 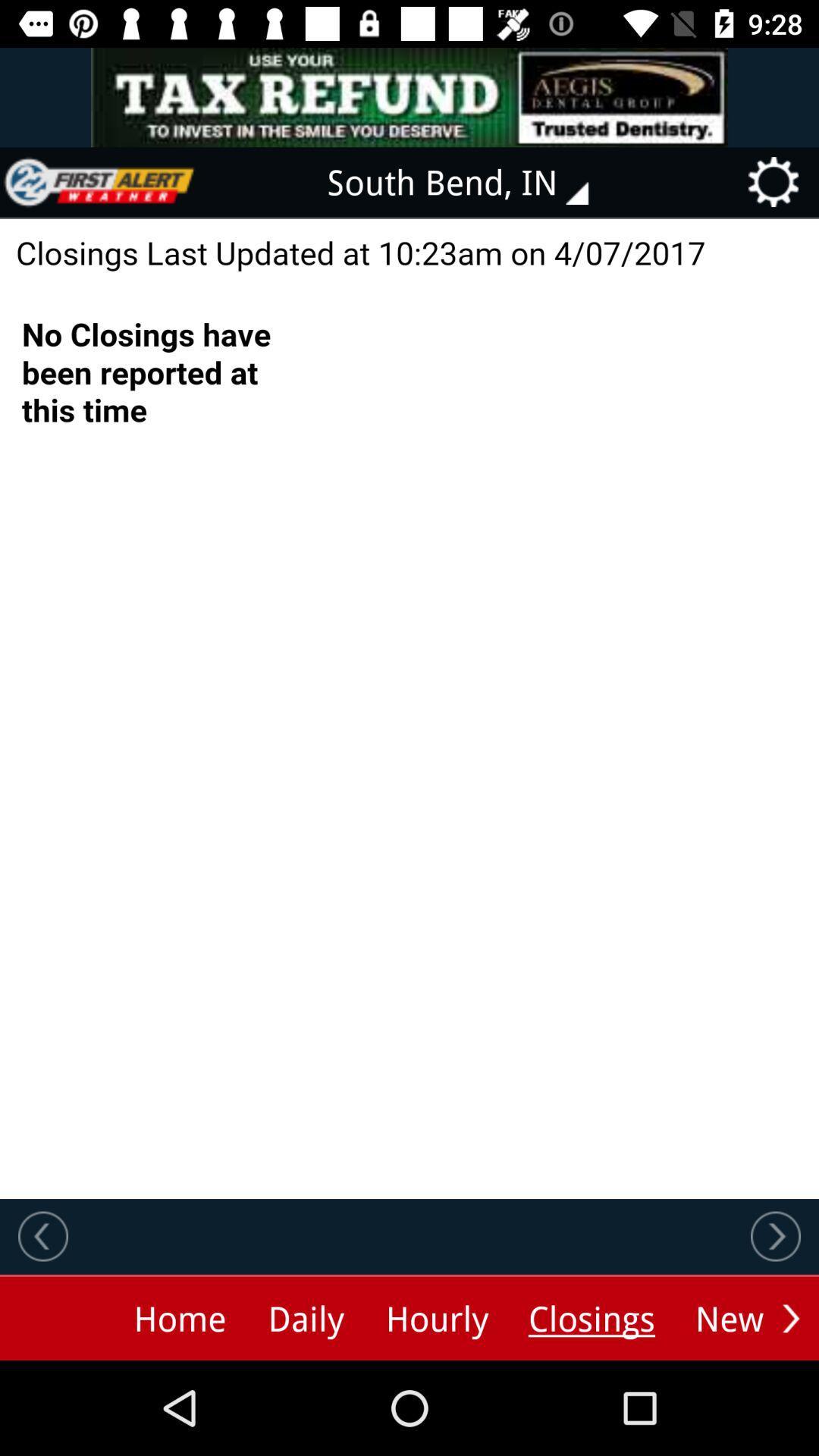 I want to click on advertisement, so click(x=409, y=96).